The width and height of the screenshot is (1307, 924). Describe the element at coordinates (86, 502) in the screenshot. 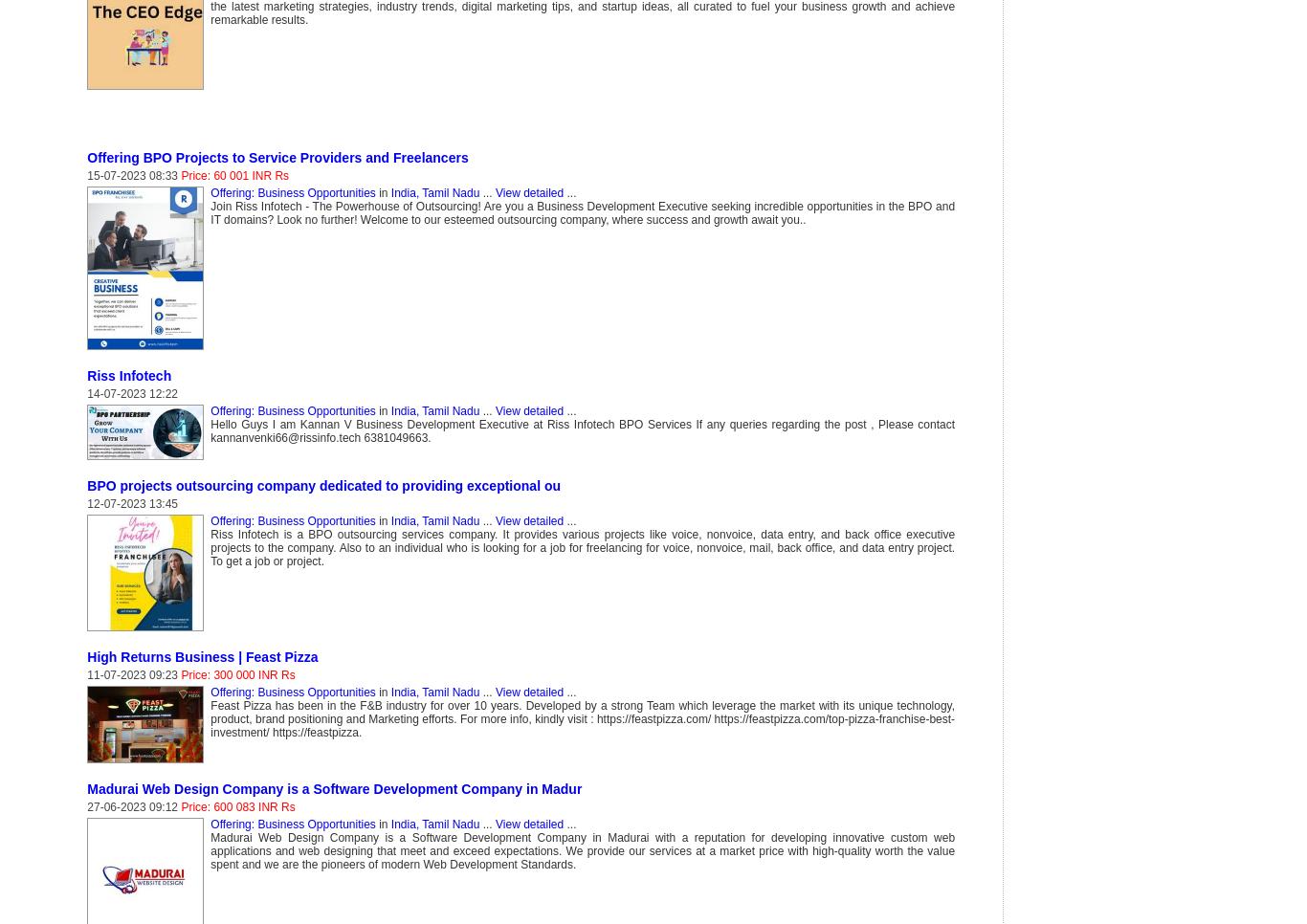

I see `'12-07-2023 13:45'` at that location.